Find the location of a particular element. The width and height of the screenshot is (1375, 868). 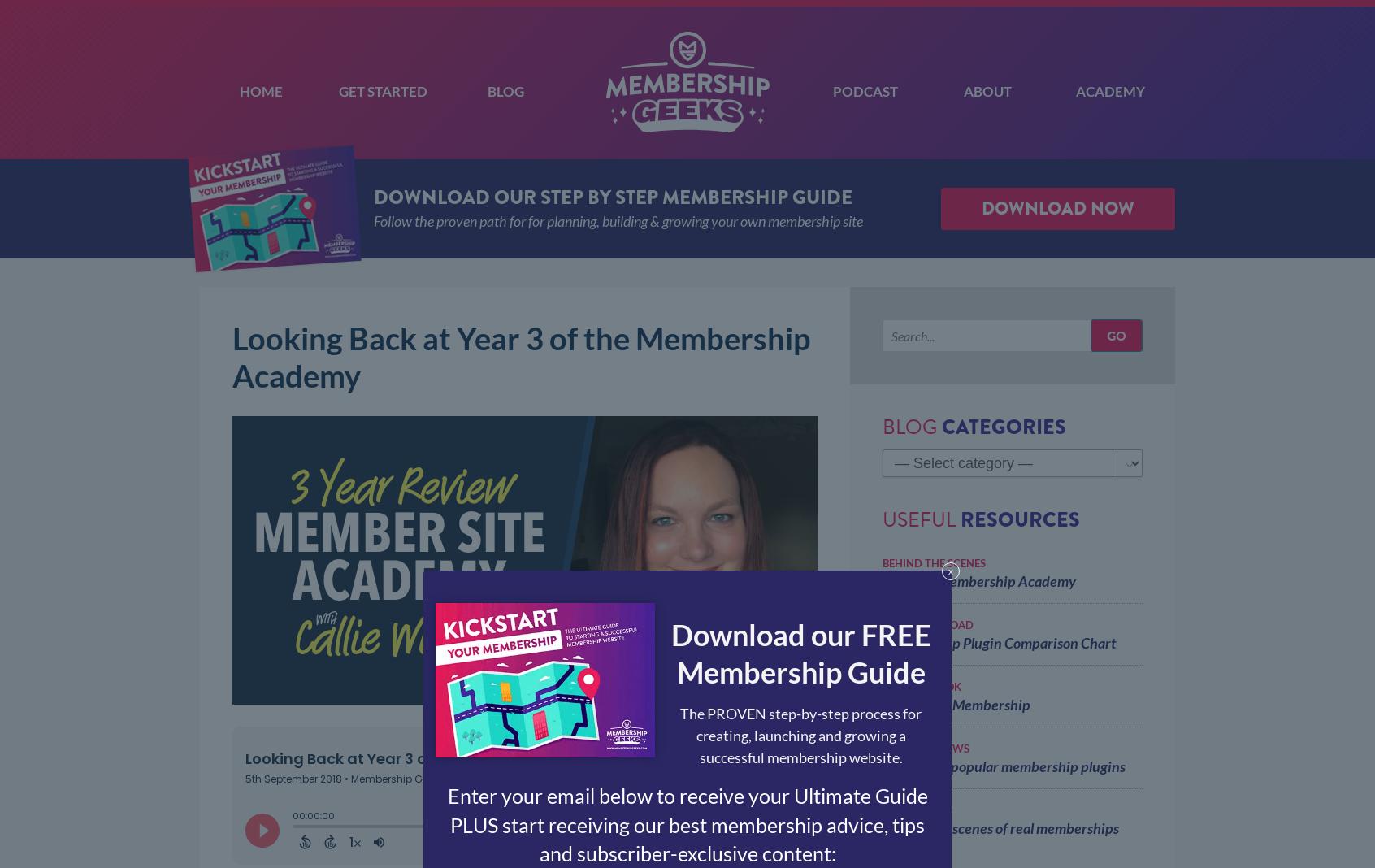

'Useful' is located at coordinates (920, 519).